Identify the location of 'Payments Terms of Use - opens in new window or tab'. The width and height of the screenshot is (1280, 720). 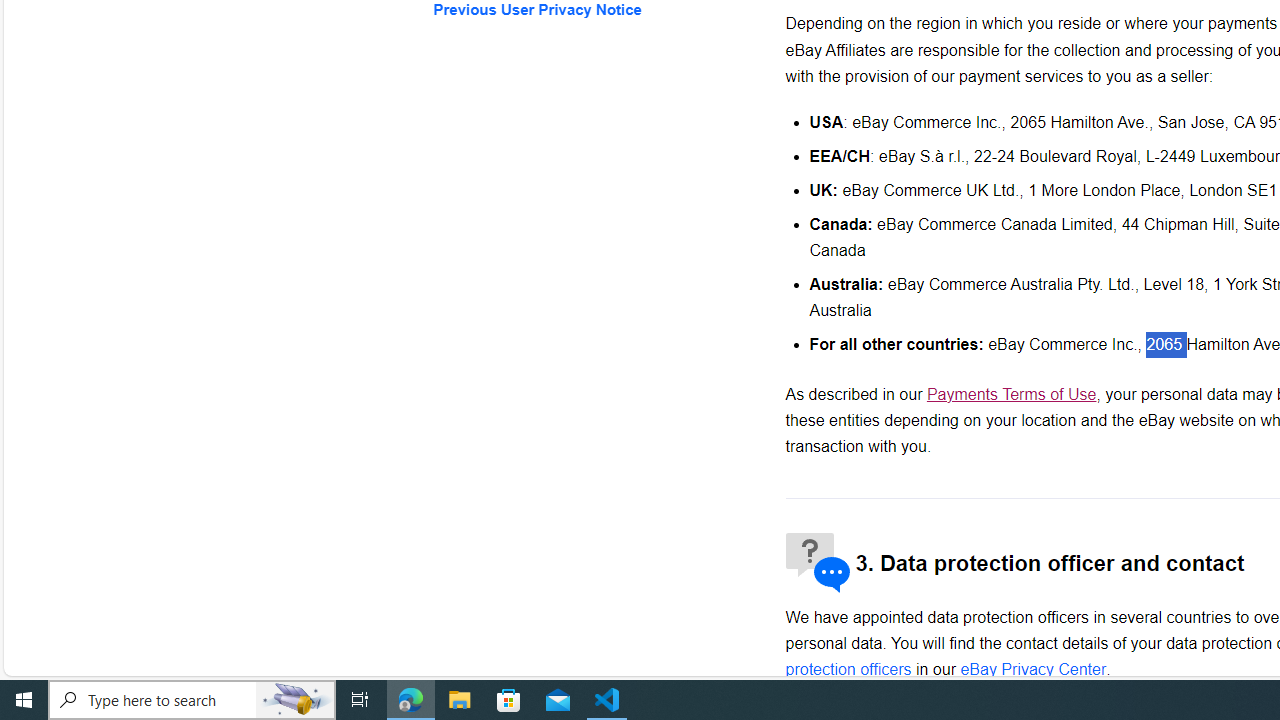
(1011, 394).